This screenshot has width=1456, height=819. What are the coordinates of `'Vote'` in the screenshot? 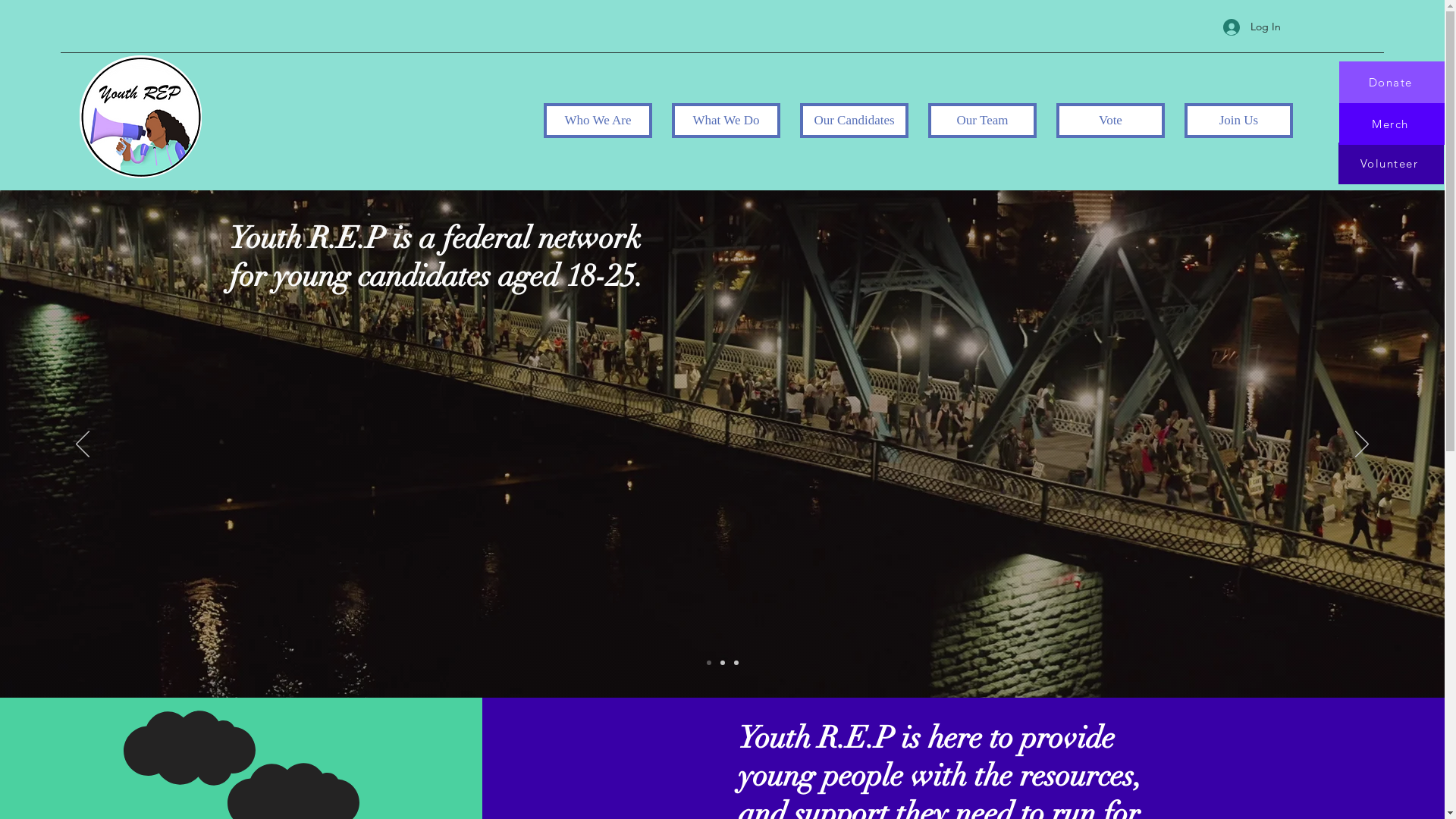 It's located at (1110, 119).